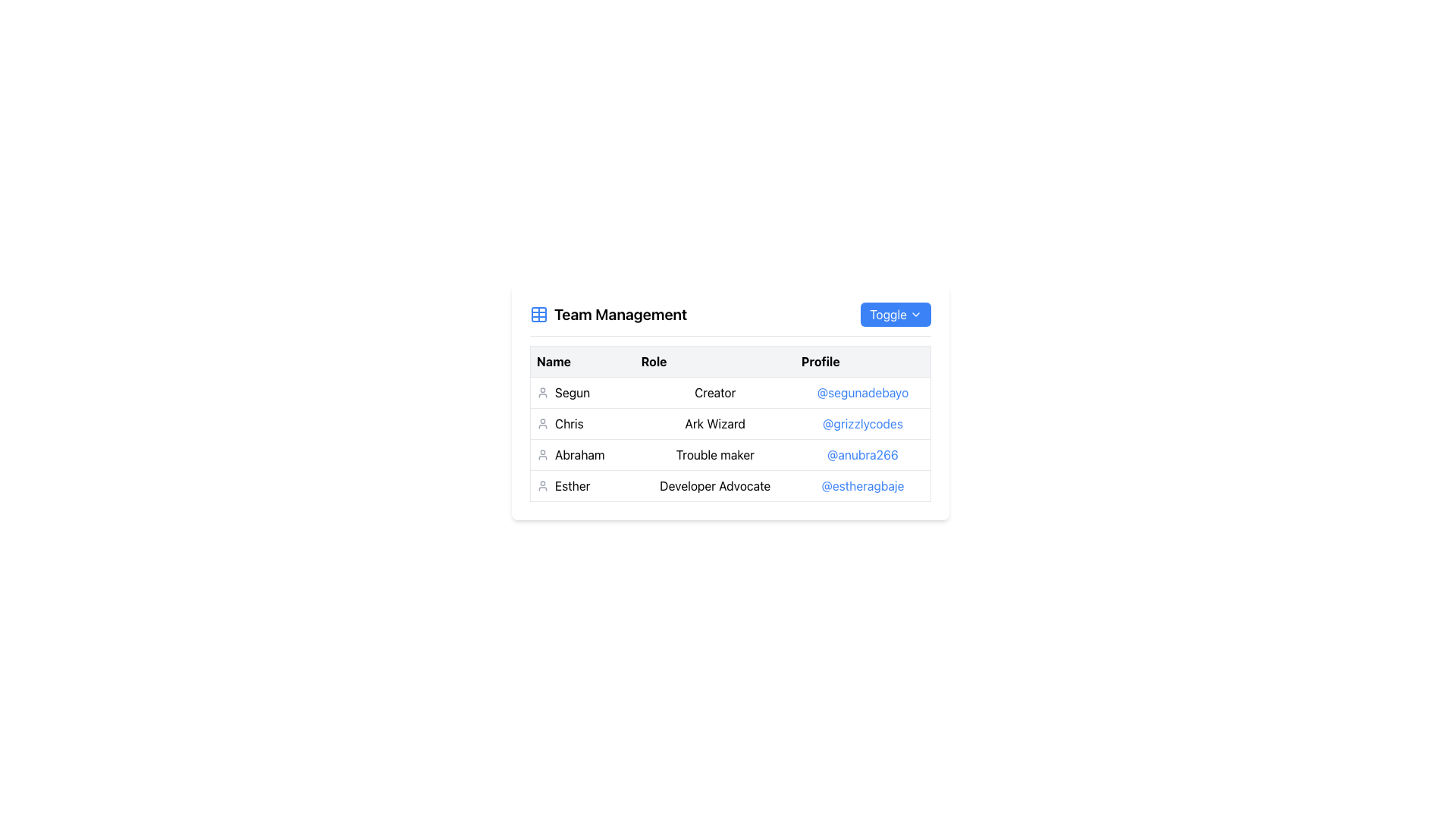  What do you see at coordinates (863, 424) in the screenshot?
I see `the interactive hyperlink for the profile '@grizzlycodes', located in the third column under 'Profile' in the second row of the table, adjacent to 'Ark Wizard'` at bounding box center [863, 424].